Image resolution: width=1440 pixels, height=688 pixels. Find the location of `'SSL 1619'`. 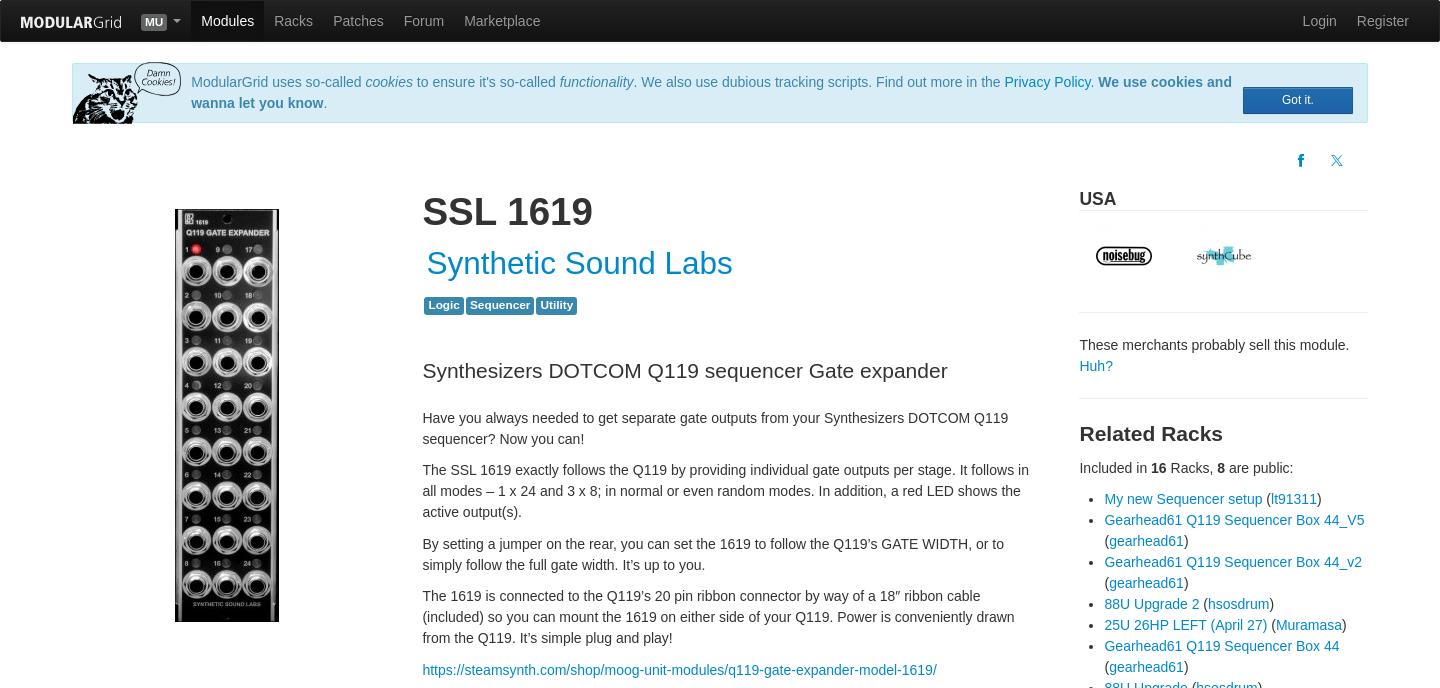

'SSL 1619' is located at coordinates (422, 209).